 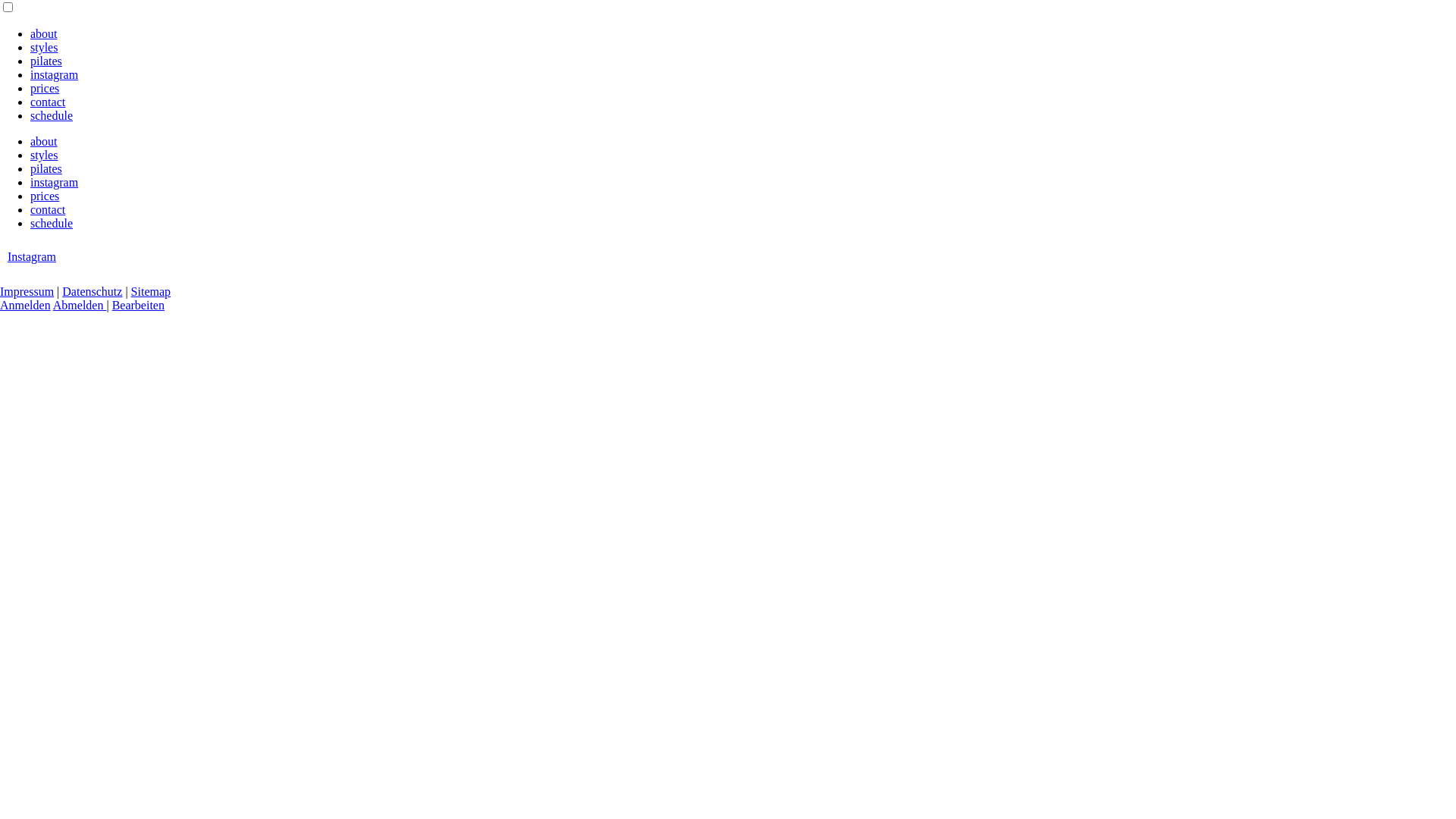 What do you see at coordinates (43, 141) in the screenshot?
I see `'about'` at bounding box center [43, 141].